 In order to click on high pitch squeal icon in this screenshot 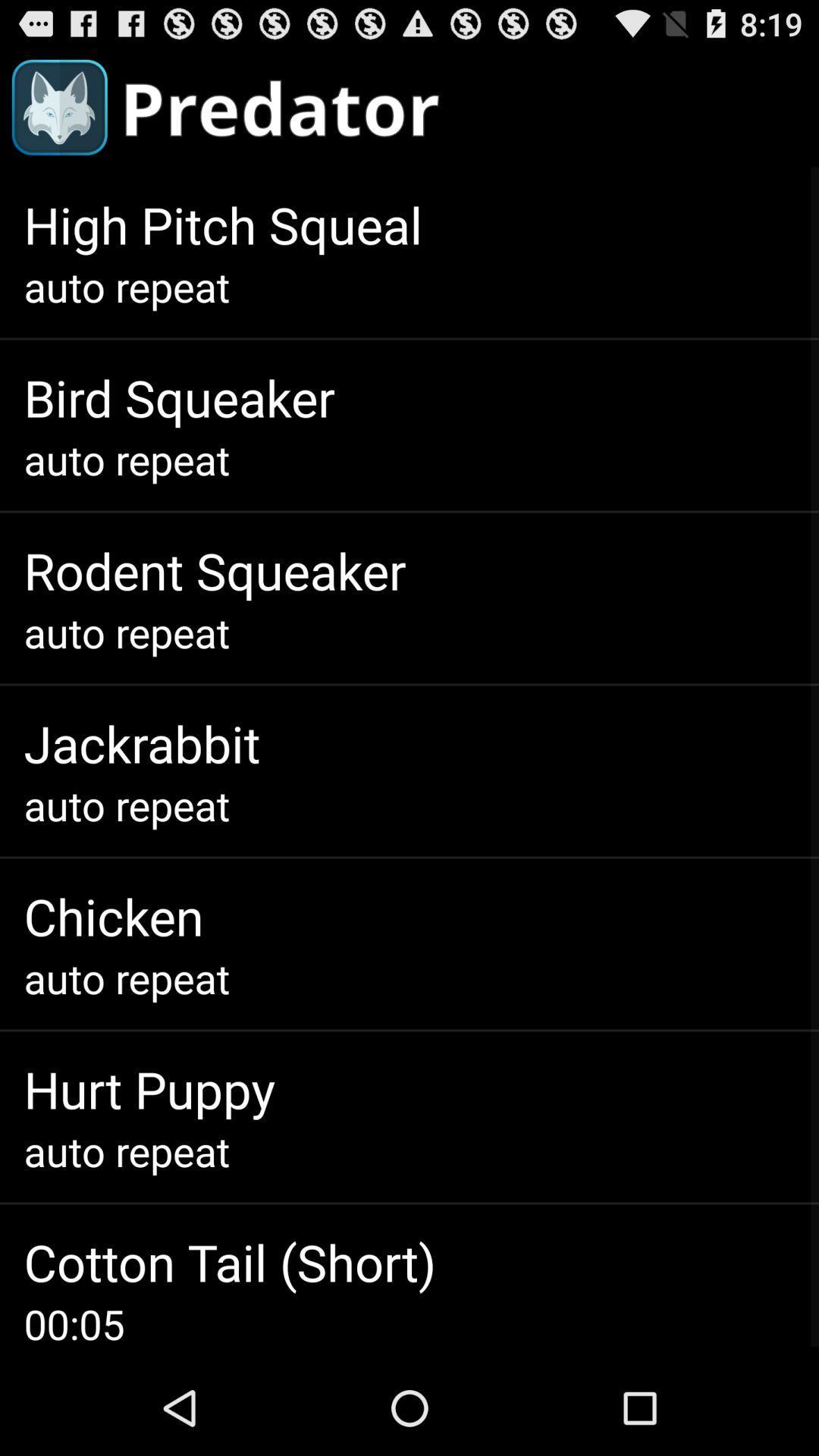, I will do `click(223, 224)`.